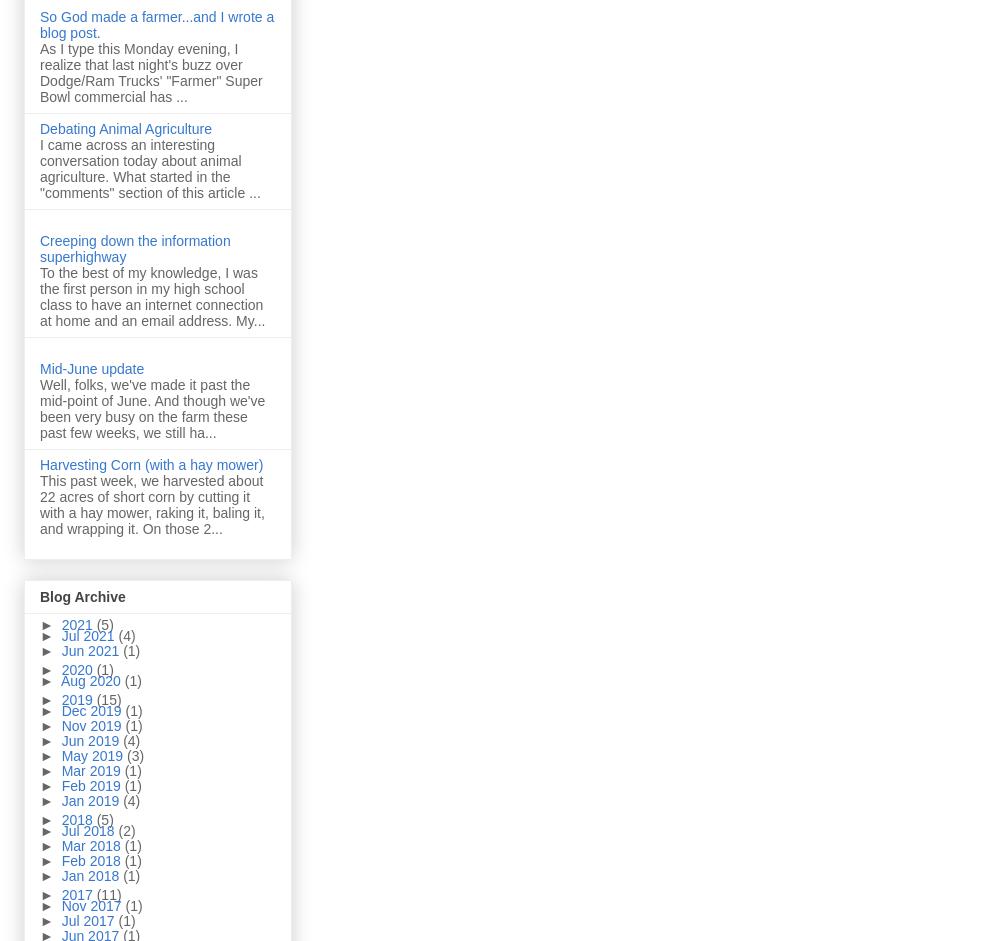  What do you see at coordinates (93, 754) in the screenshot?
I see `'May 2019'` at bounding box center [93, 754].